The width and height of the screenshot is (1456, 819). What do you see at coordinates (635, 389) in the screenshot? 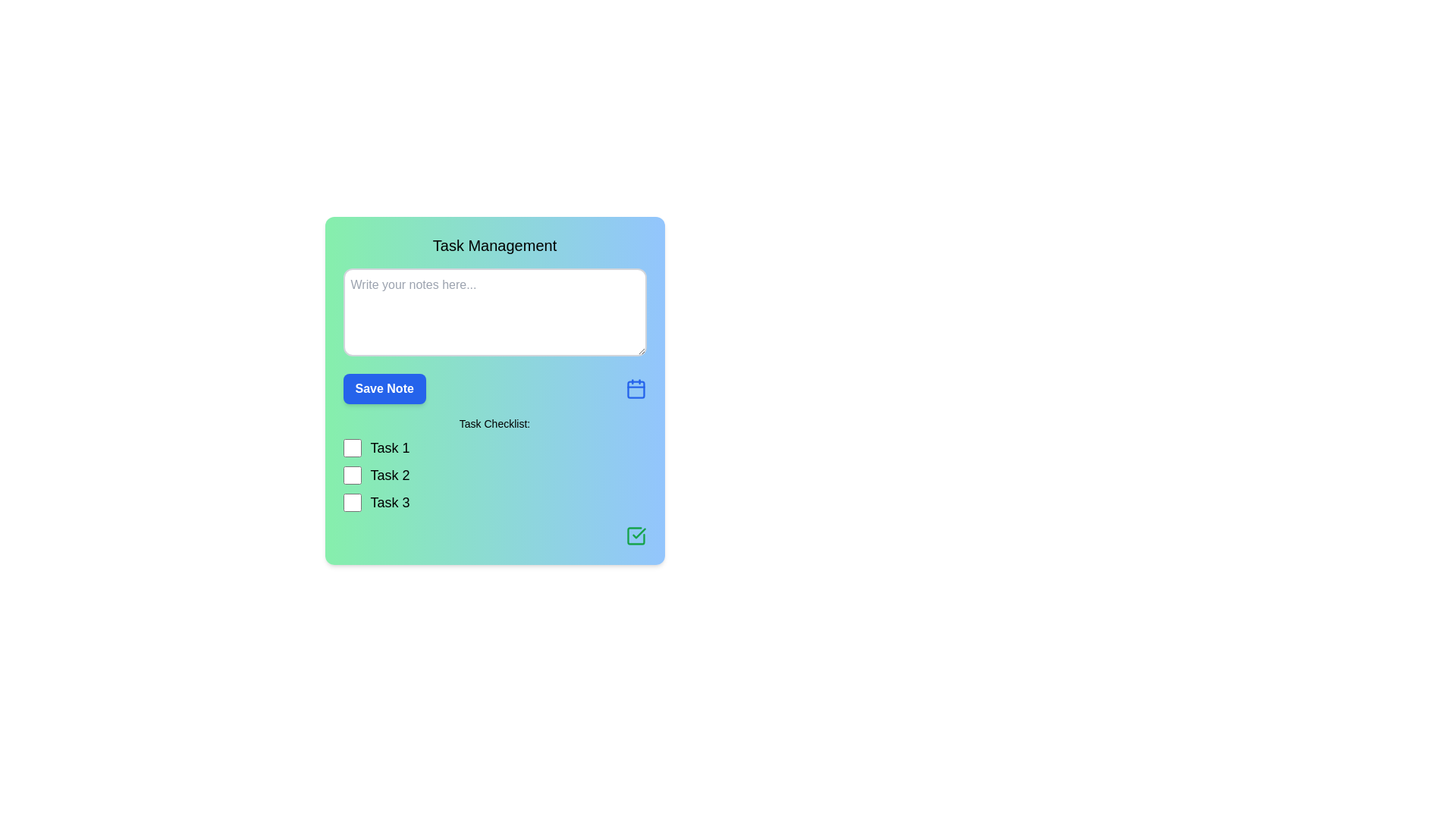
I see `the SVG Rectangle that forms the main inner body of the calendar icon located near the top right of the interface above the 'Task Checklist.'` at bounding box center [635, 389].